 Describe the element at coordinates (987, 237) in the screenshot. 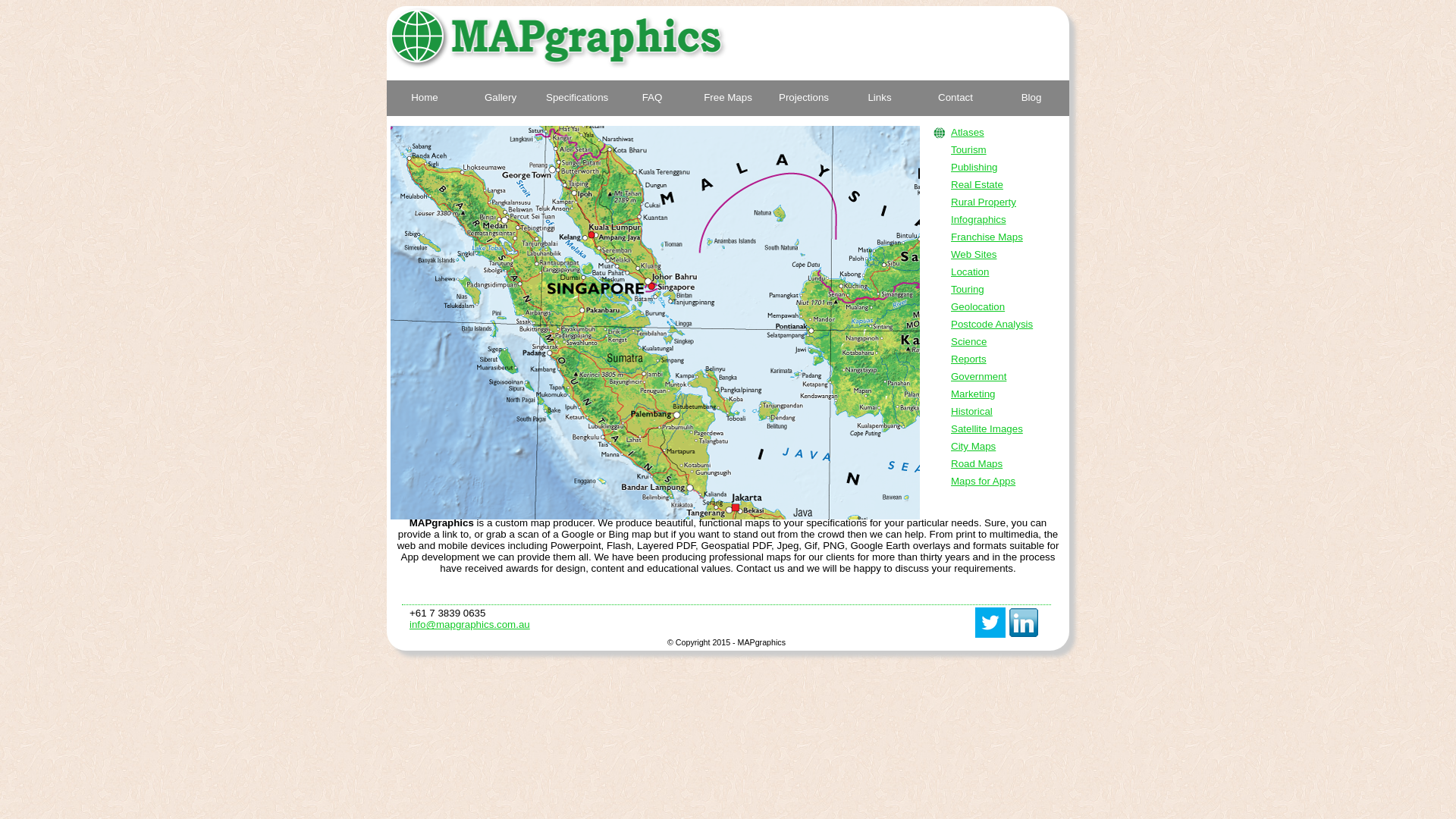

I see `'Franchise Maps'` at that location.